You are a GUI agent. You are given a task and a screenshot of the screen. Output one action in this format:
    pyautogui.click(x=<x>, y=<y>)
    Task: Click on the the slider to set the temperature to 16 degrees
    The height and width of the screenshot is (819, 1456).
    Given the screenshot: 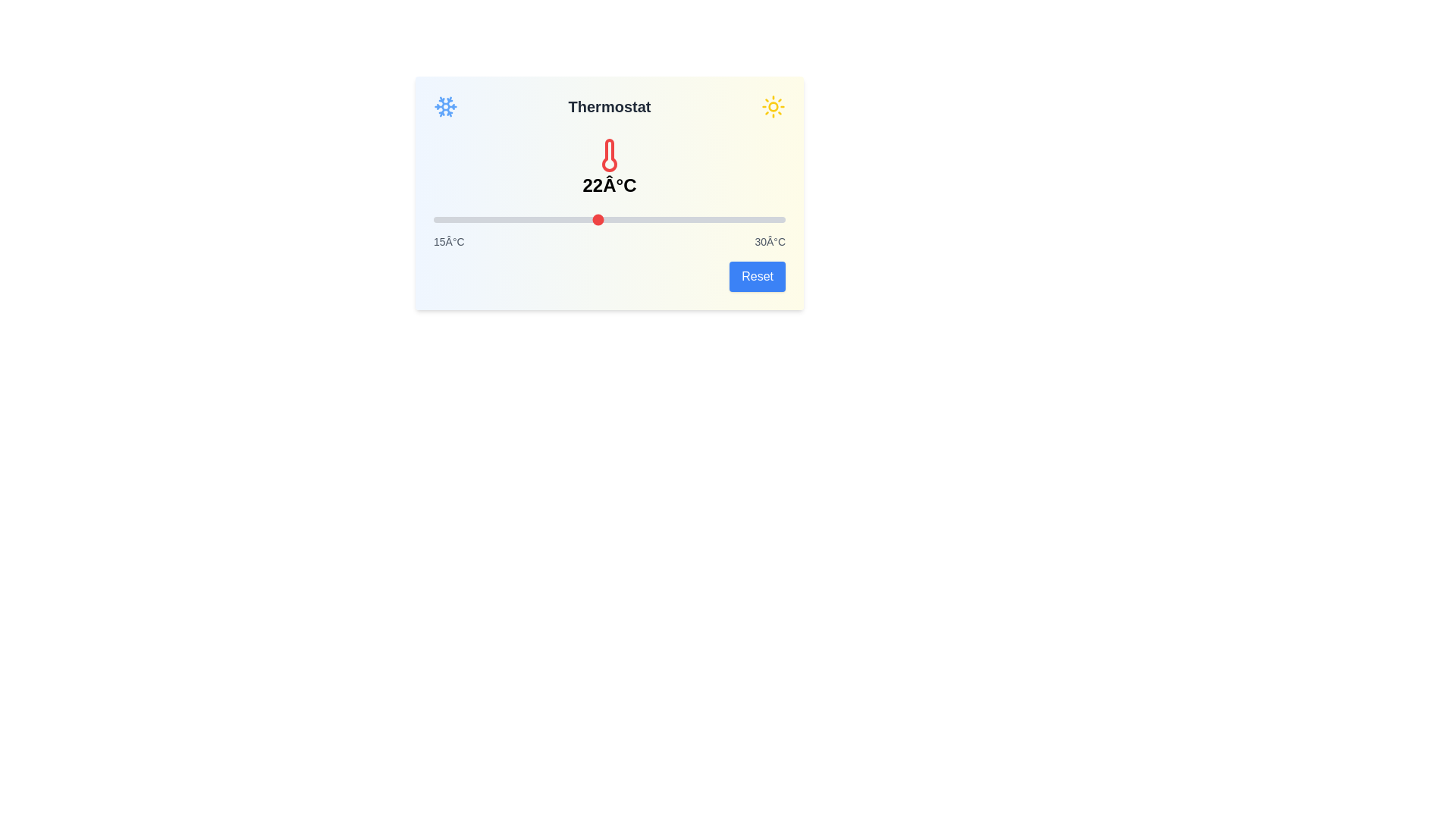 What is the action you would take?
    pyautogui.click(x=456, y=219)
    